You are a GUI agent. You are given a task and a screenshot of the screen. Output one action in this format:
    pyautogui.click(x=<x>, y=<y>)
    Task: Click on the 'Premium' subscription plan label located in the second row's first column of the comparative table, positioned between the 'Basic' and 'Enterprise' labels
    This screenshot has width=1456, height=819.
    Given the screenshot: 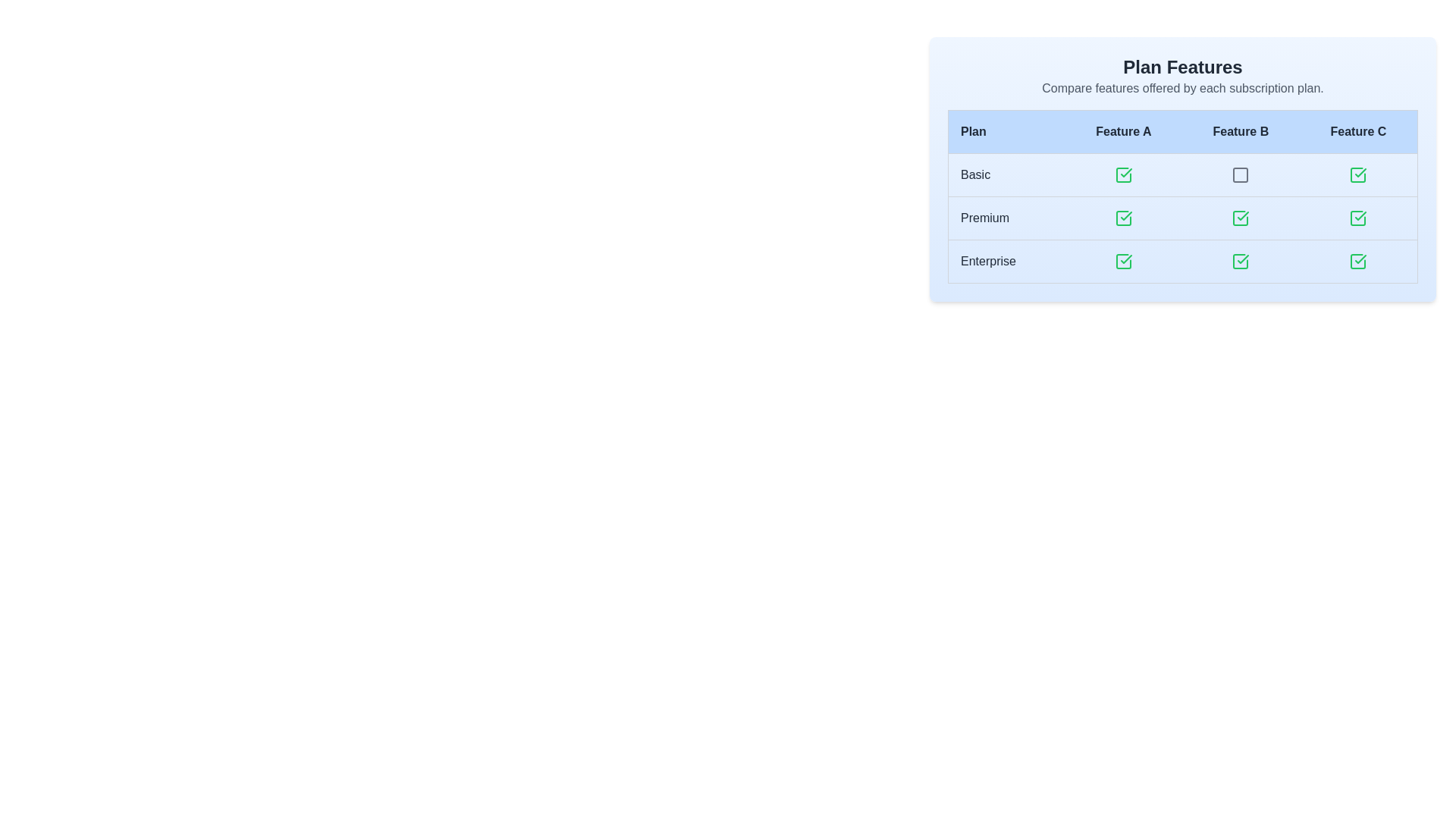 What is the action you would take?
    pyautogui.click(x=1006, y=218)
    